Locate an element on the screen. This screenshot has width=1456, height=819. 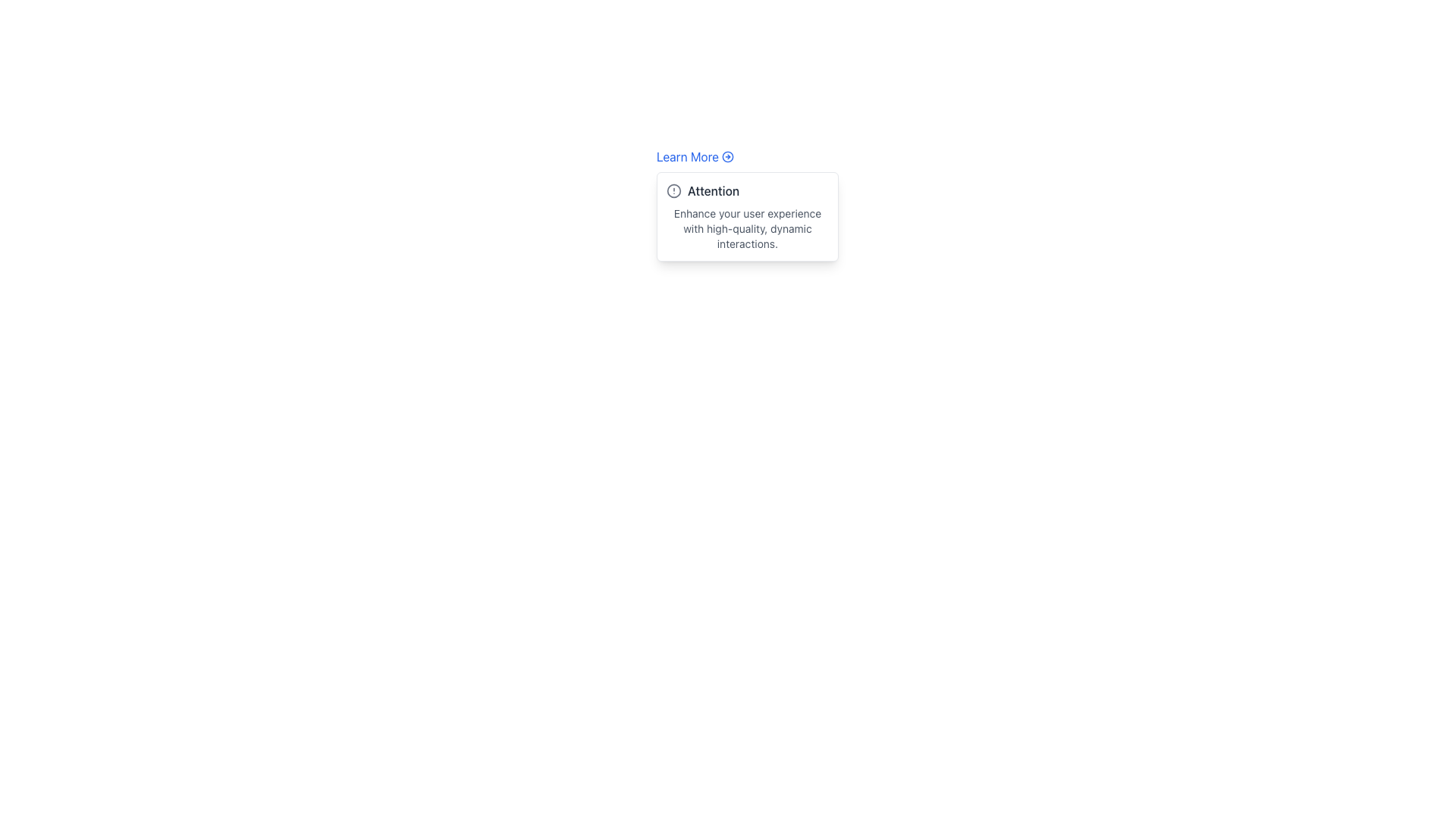
the circular alert icon located to the left of the 'Attention' label is located at coordinates (673, 190).